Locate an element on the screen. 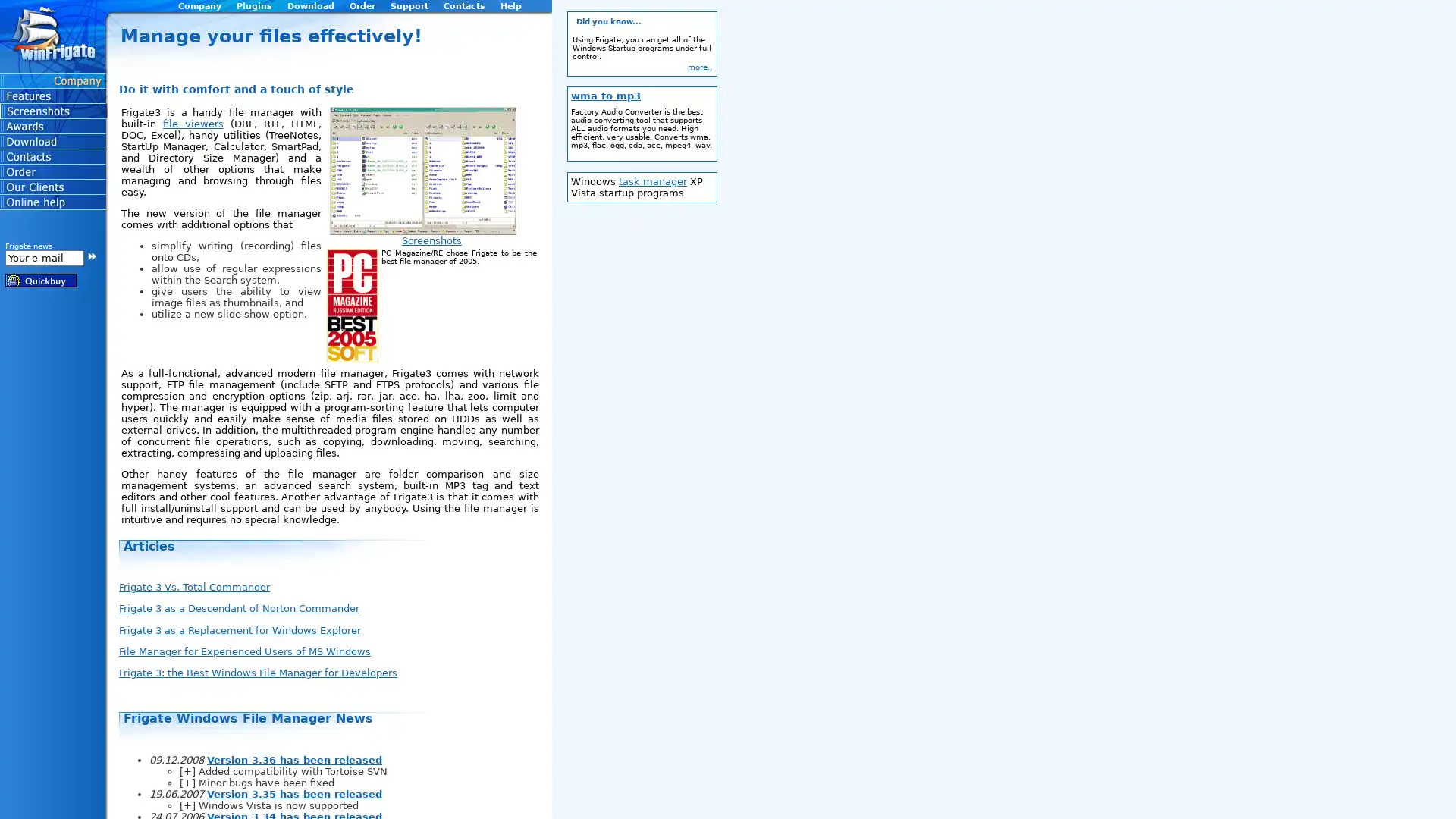  go is located at coordinates (91, 254).